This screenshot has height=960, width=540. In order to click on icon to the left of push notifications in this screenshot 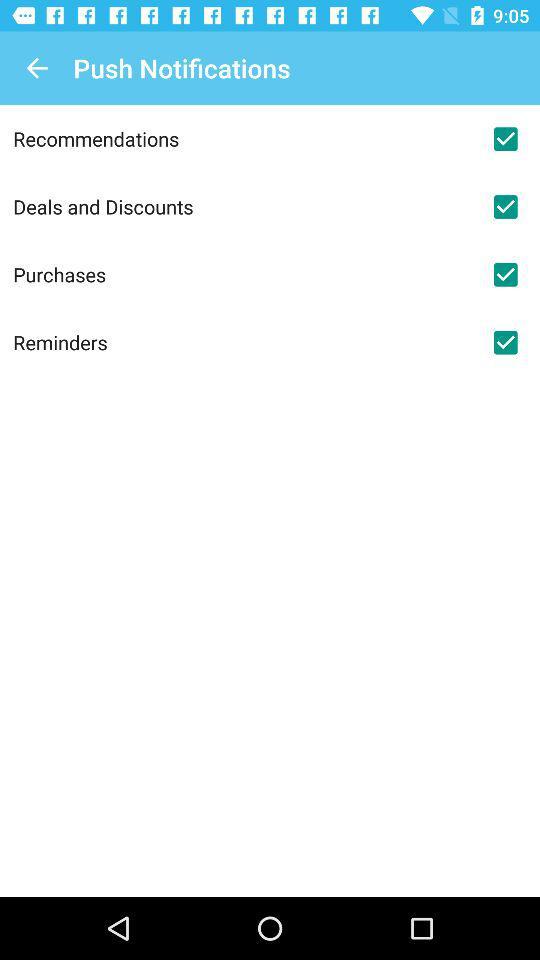, I will do `click(36, 68)`.